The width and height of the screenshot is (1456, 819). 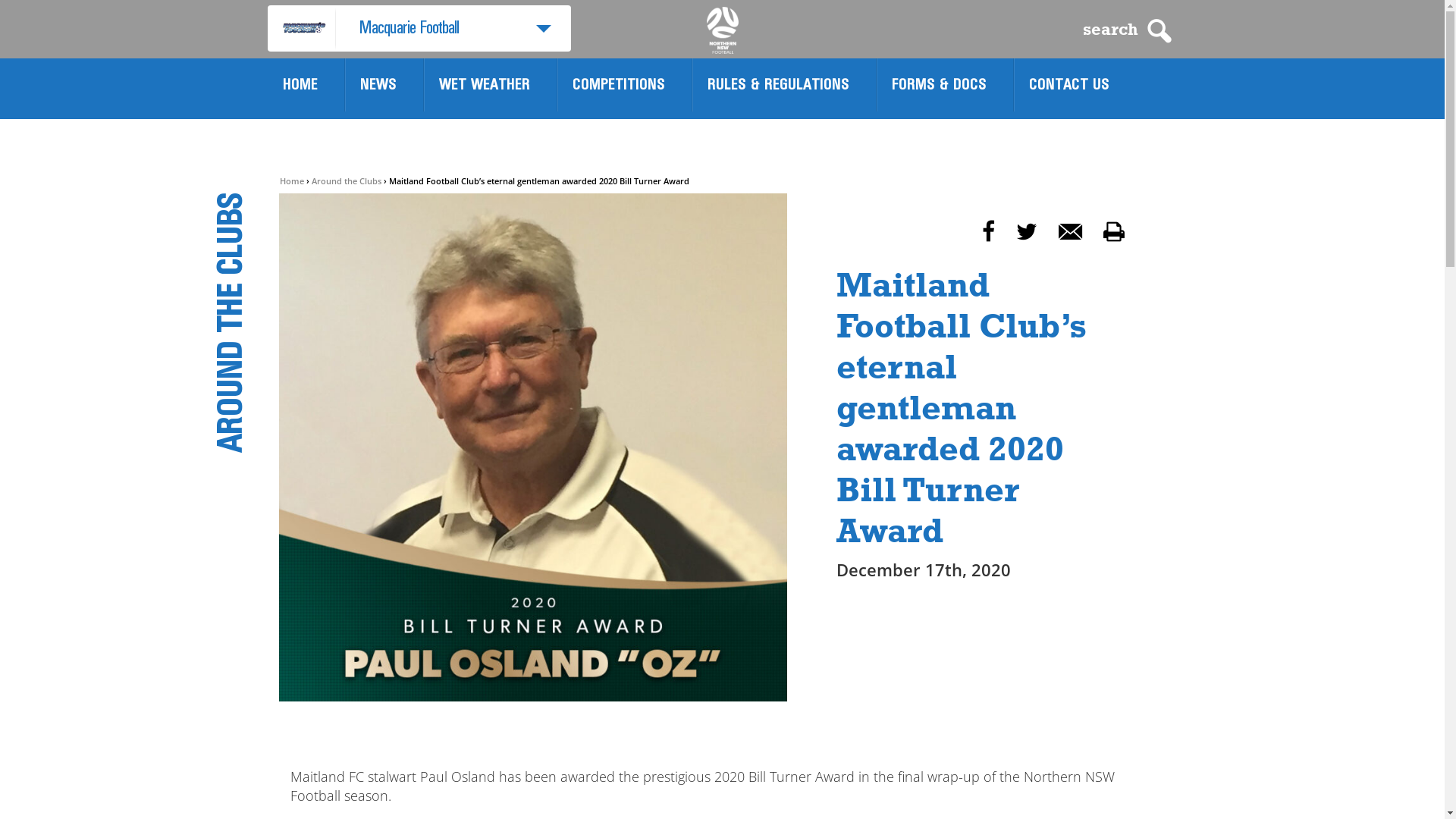 I want to click on 'Around the Clubs', so click(x=345, y=180).